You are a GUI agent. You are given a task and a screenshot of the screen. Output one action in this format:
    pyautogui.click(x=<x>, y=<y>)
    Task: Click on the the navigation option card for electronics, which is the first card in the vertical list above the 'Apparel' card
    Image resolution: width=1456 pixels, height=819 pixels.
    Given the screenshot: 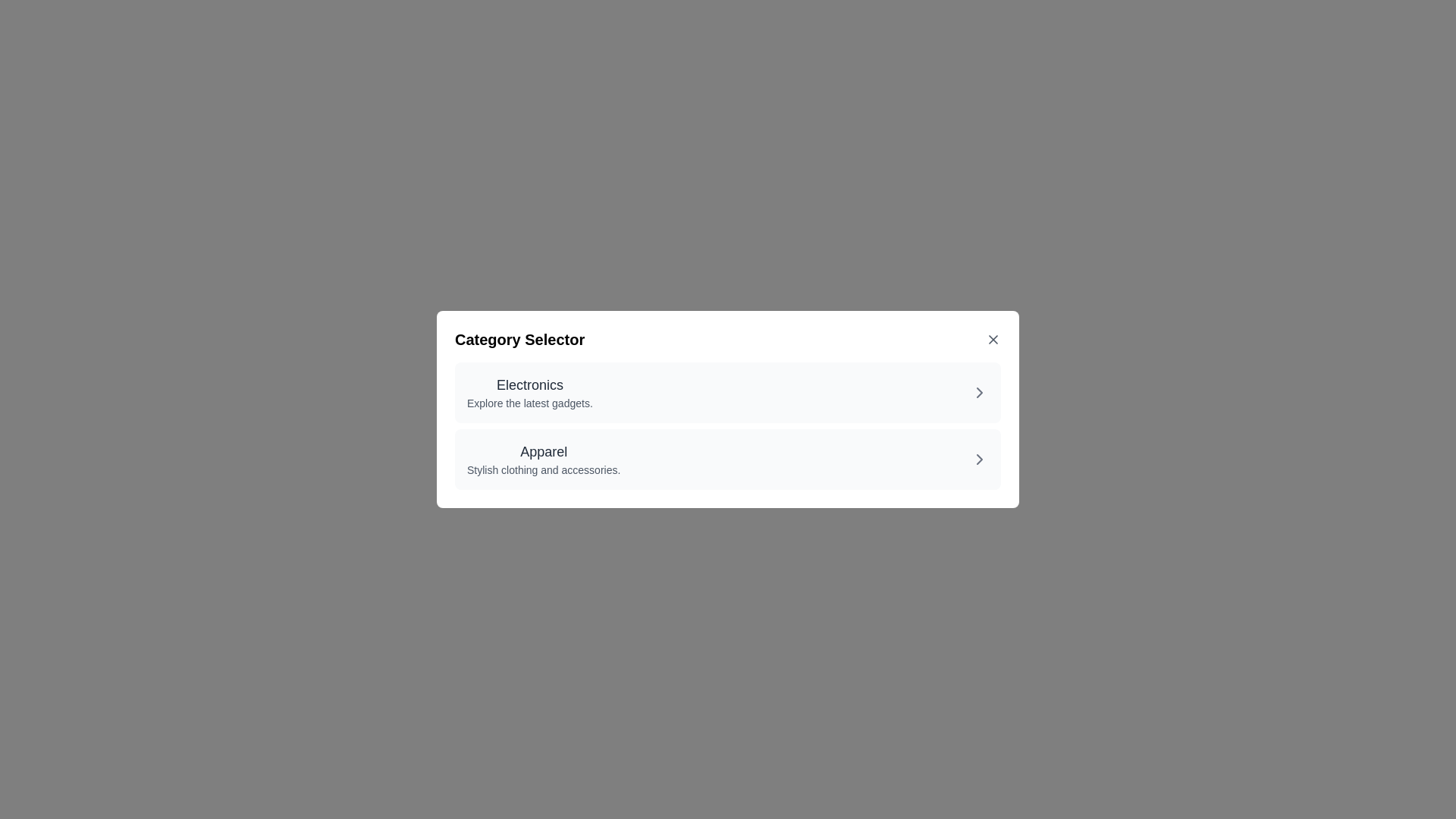 What is the action you would take?
    pyautogui.click(x=529, y=391)
    